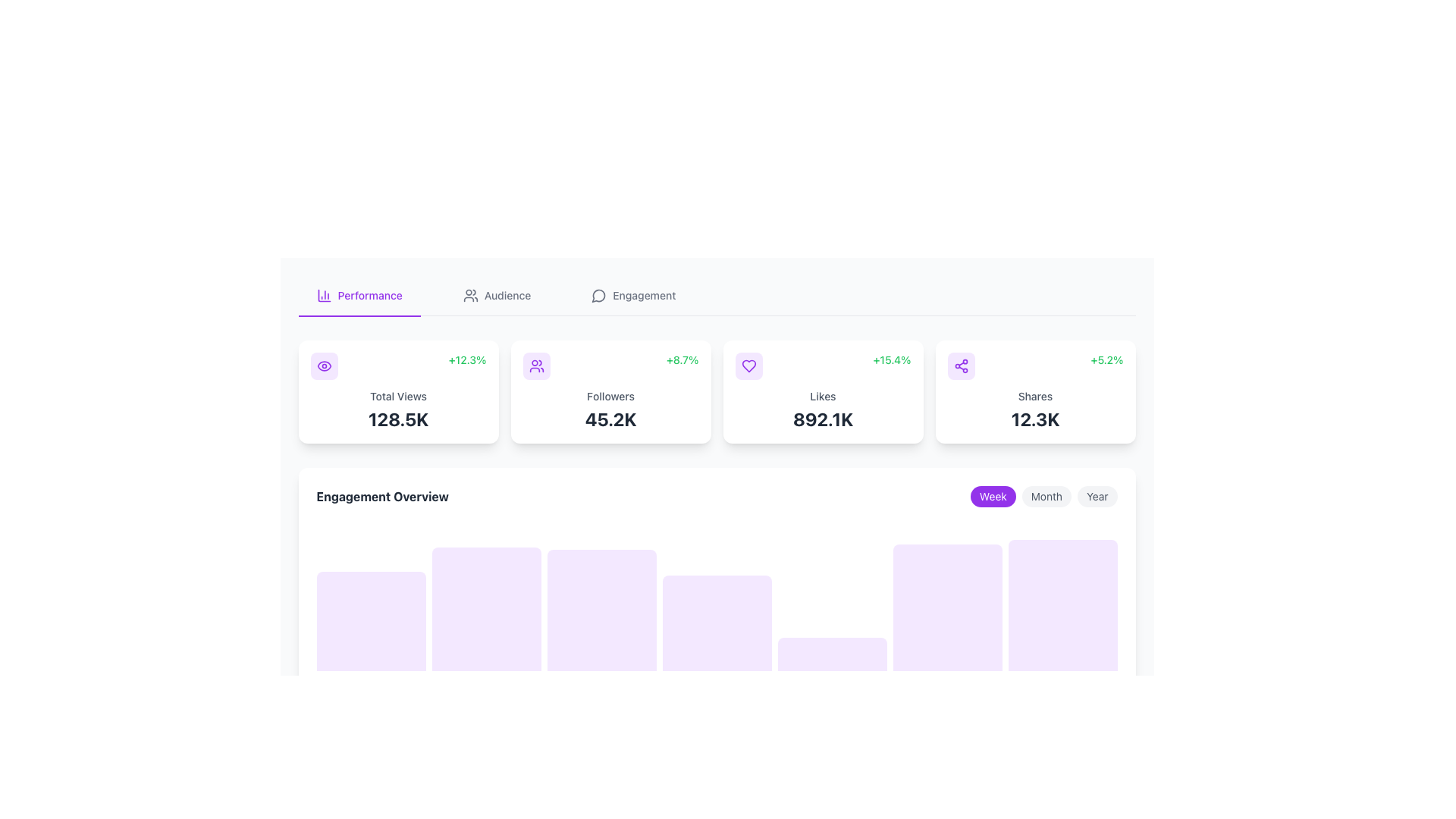  Describe the element at coordinates (469, 295) in the screenshot. I see `the icon depicting a group of two people, styled with a simple, modern line art design, located to the left of the text 'Audience' in the navigation bar` at that location.